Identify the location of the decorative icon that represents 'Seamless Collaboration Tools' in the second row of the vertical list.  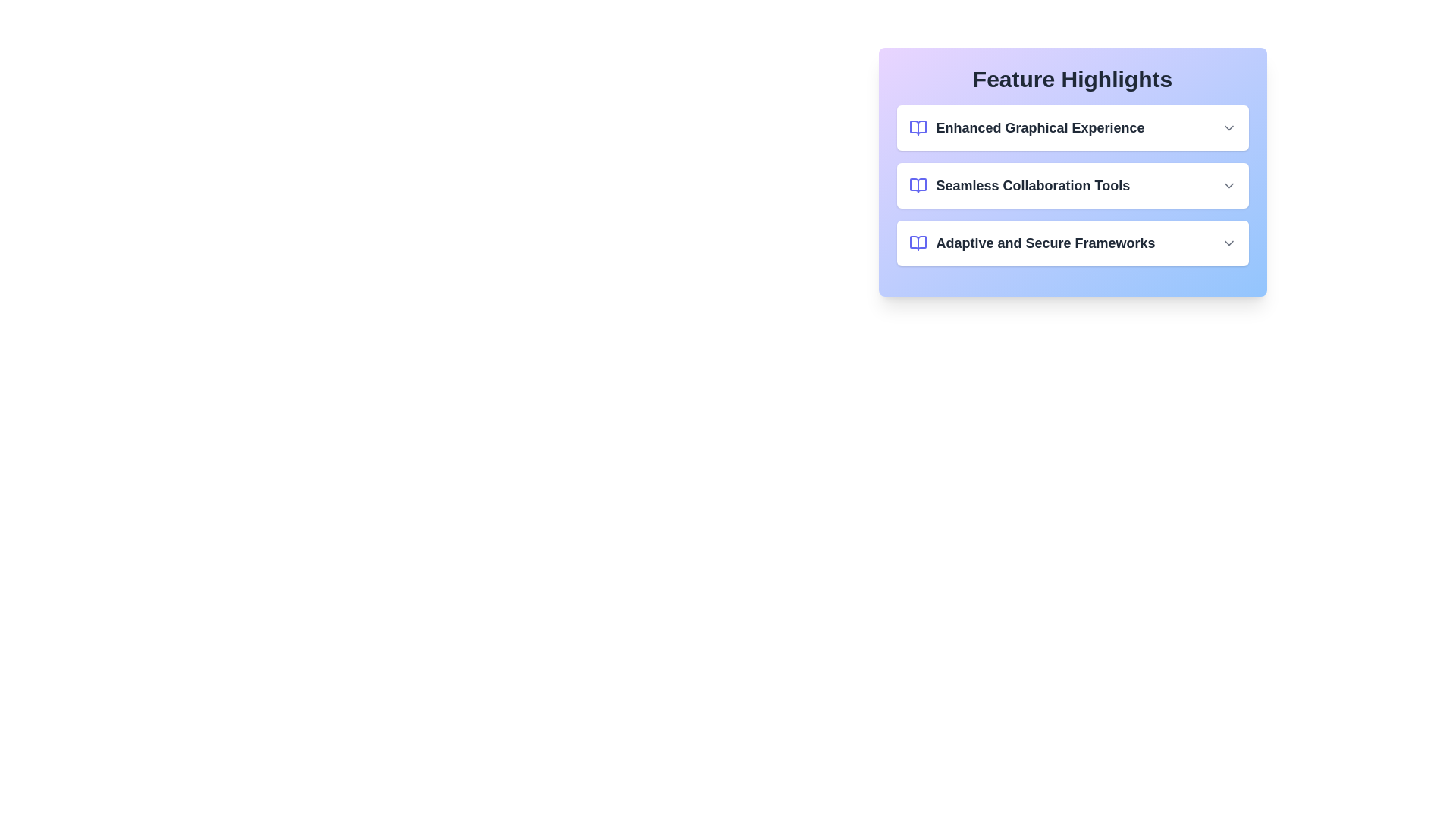
(917, 185).